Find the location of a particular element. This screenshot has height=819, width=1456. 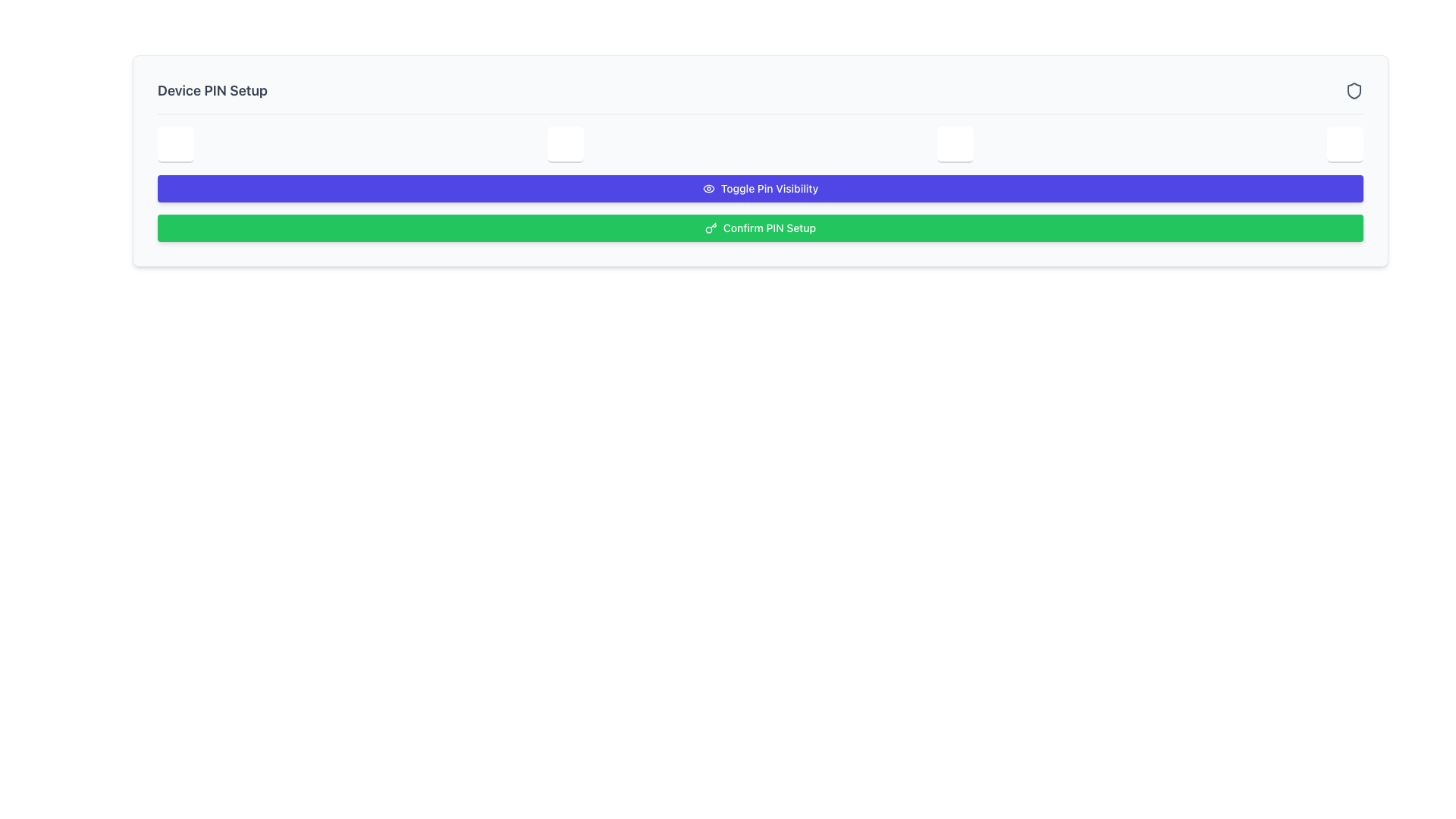

the shield-shaped icon with a black outline located in the top-right corner of the header section labeled 'Device PIN Setup' is located at coordinates (1354, 90).